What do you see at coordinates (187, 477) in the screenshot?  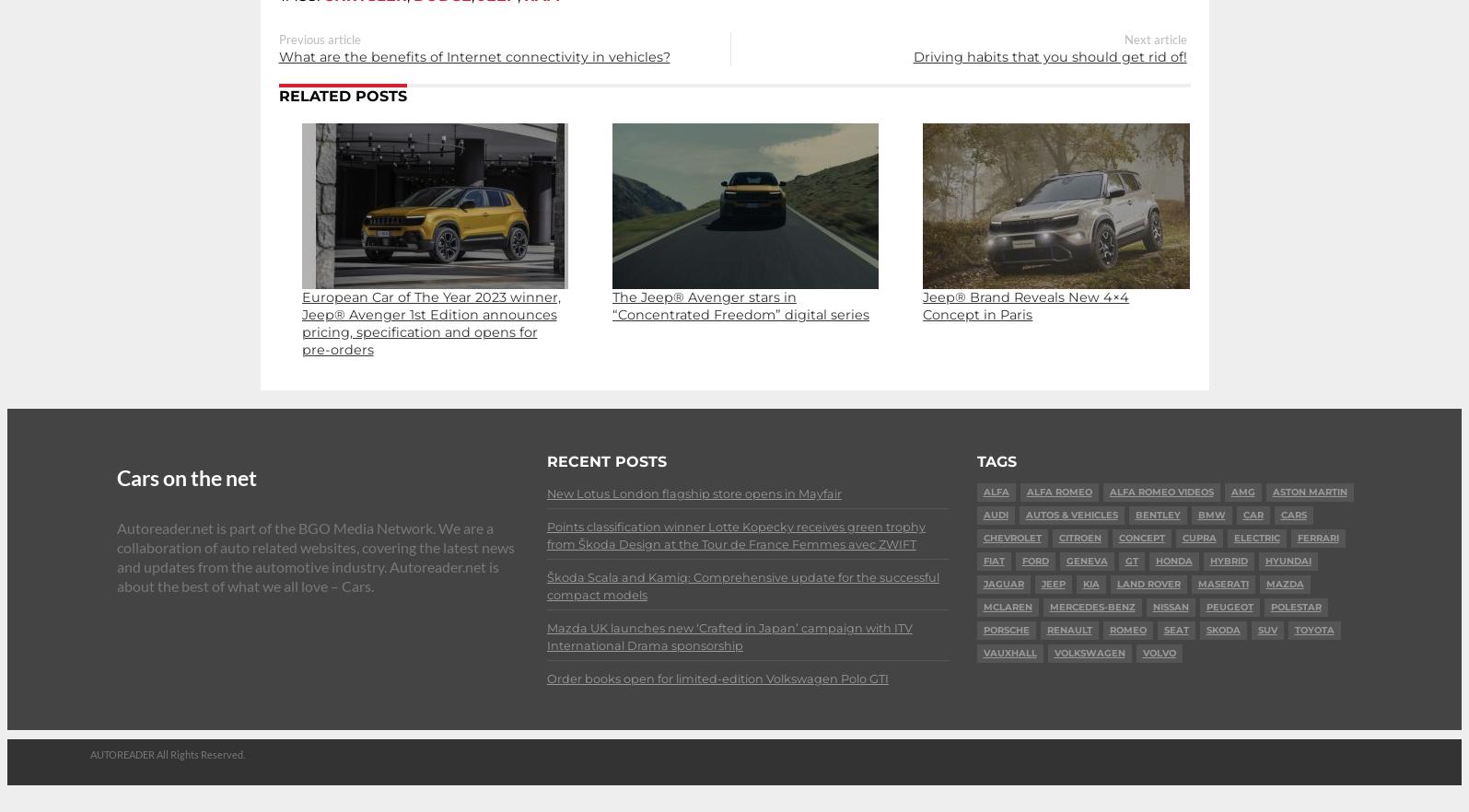 I see `'Cars on the net'` at bounding box center [187, 477].